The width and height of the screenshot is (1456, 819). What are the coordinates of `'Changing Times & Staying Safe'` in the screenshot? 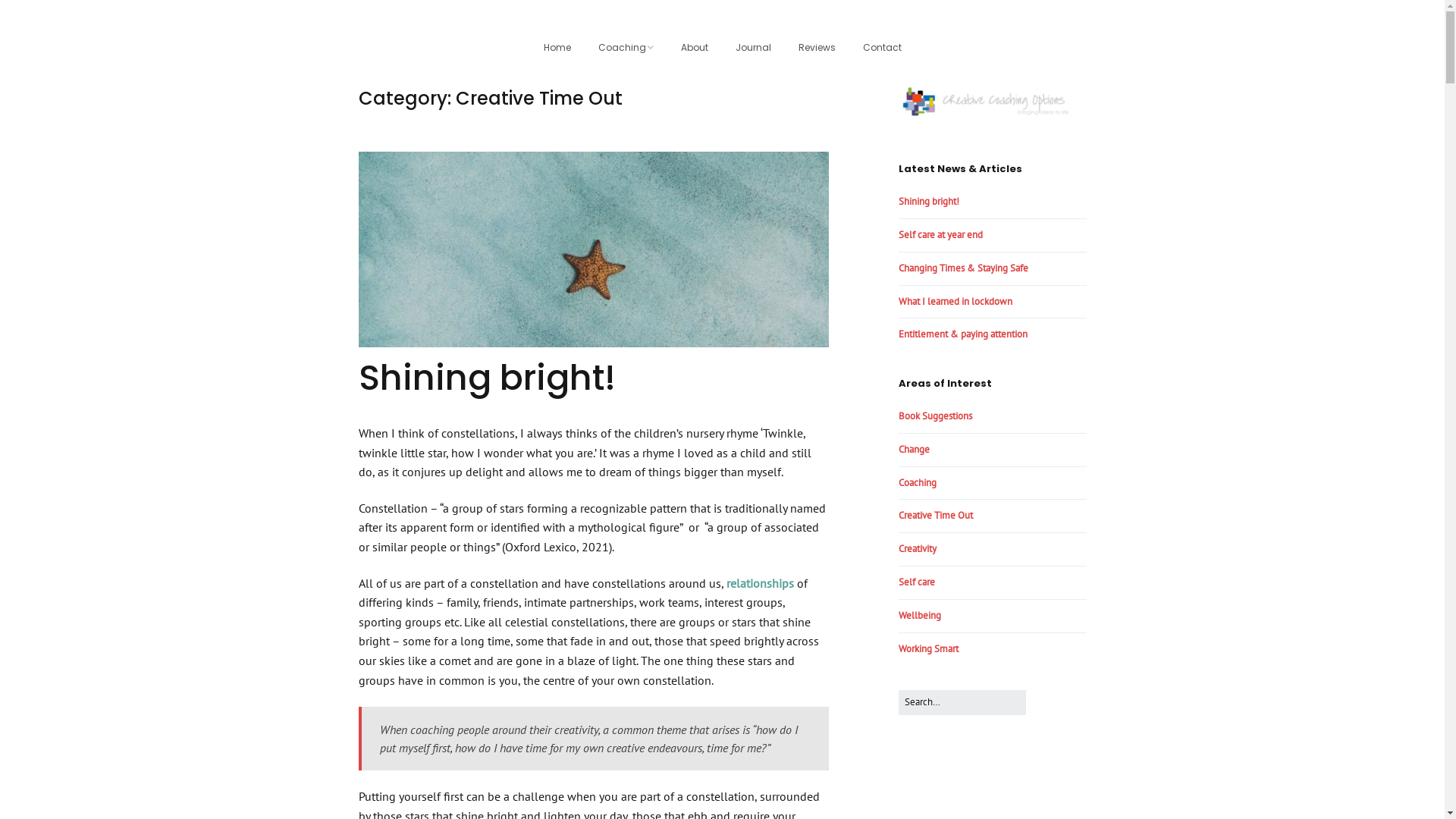 It's located at (962, 267).